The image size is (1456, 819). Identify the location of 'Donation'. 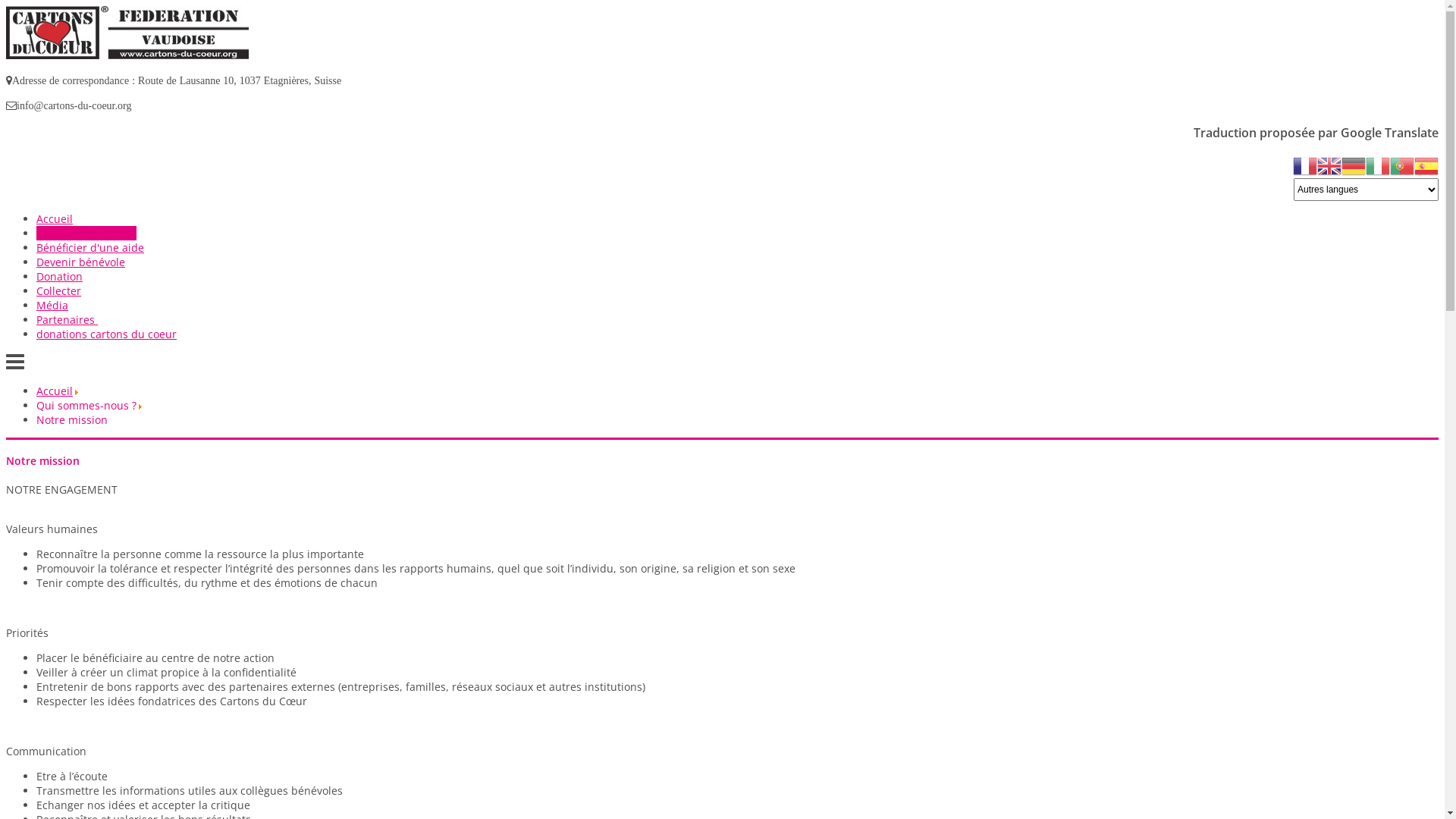
(36, 276).